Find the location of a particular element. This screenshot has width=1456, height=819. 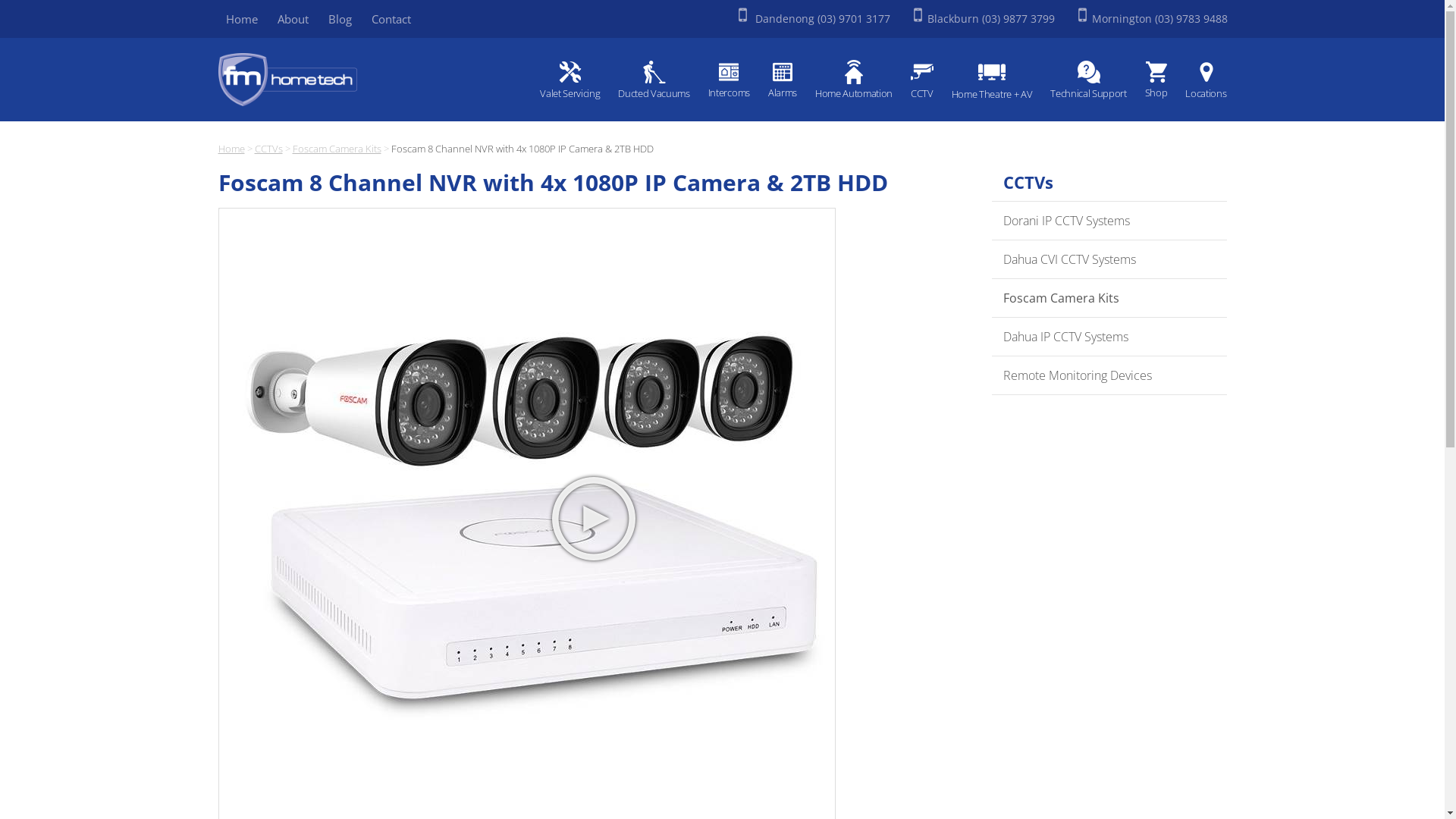

'Intercoms' is located at coordinates (729, 80).